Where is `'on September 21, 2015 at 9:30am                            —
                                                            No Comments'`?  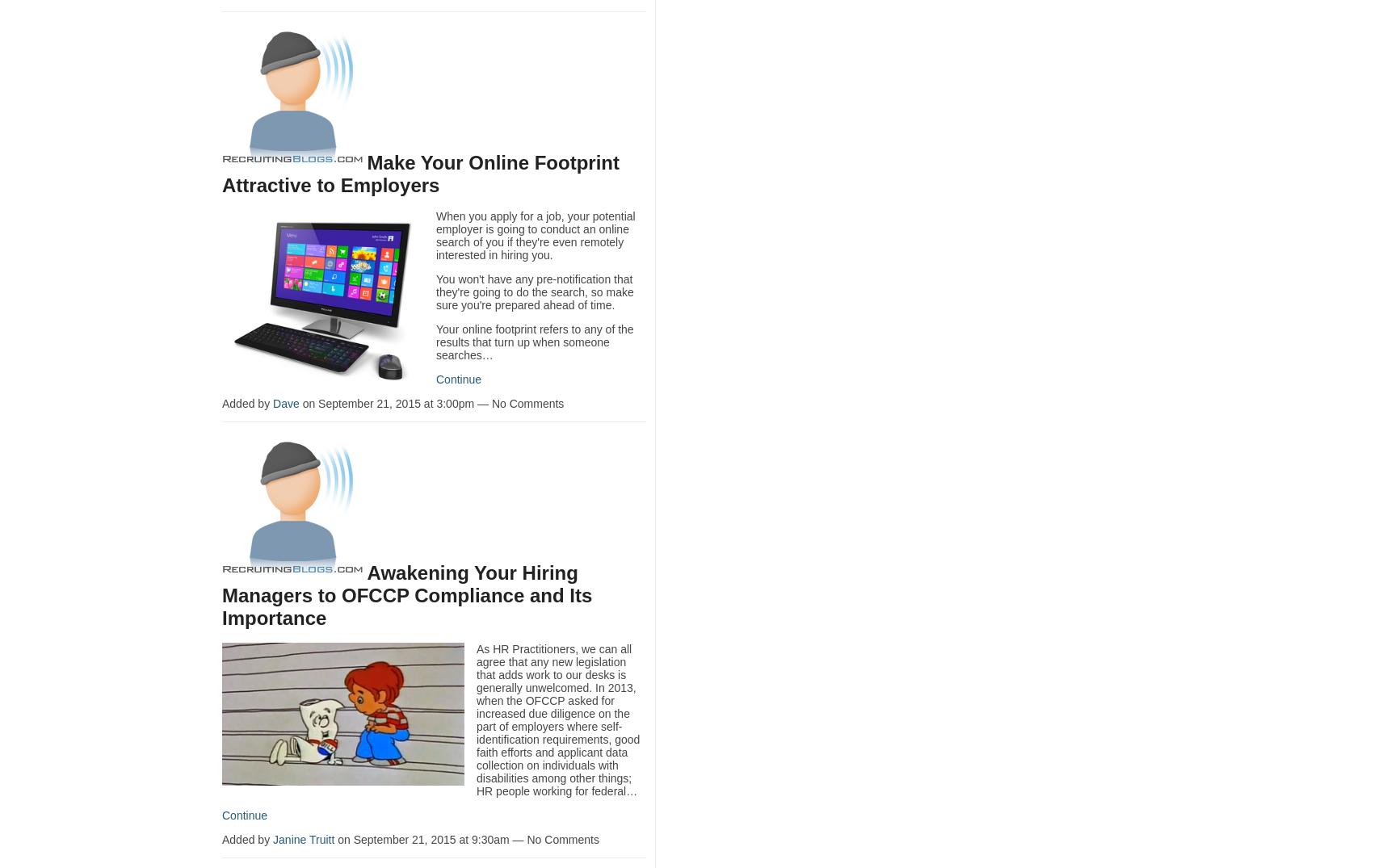
'on September 21, 2015 at 9:30am                            —
                                                            No Comments' is located at coordinates (466, 839).